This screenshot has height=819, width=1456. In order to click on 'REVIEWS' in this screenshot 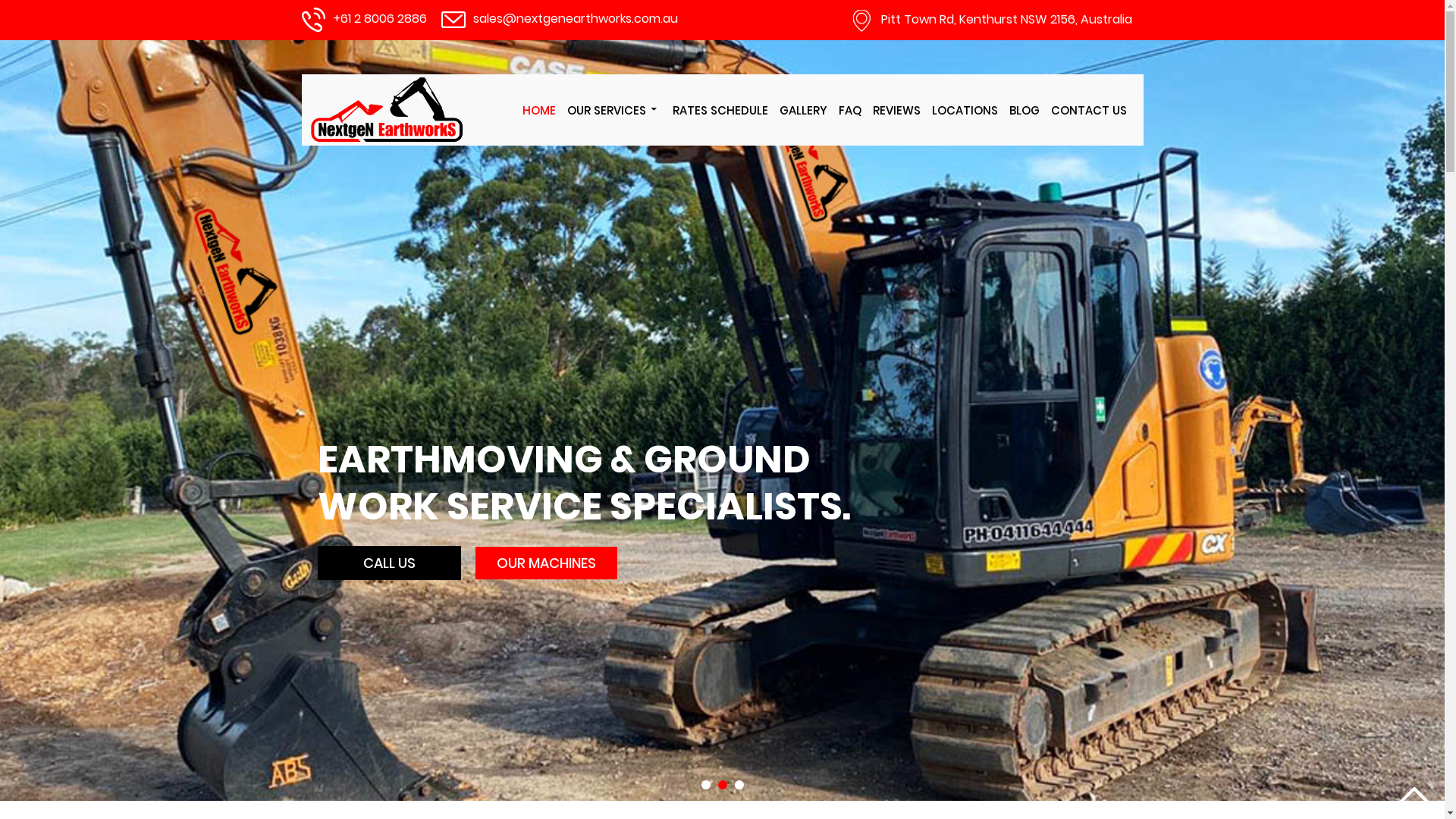, I will do `click(896, 109)`.